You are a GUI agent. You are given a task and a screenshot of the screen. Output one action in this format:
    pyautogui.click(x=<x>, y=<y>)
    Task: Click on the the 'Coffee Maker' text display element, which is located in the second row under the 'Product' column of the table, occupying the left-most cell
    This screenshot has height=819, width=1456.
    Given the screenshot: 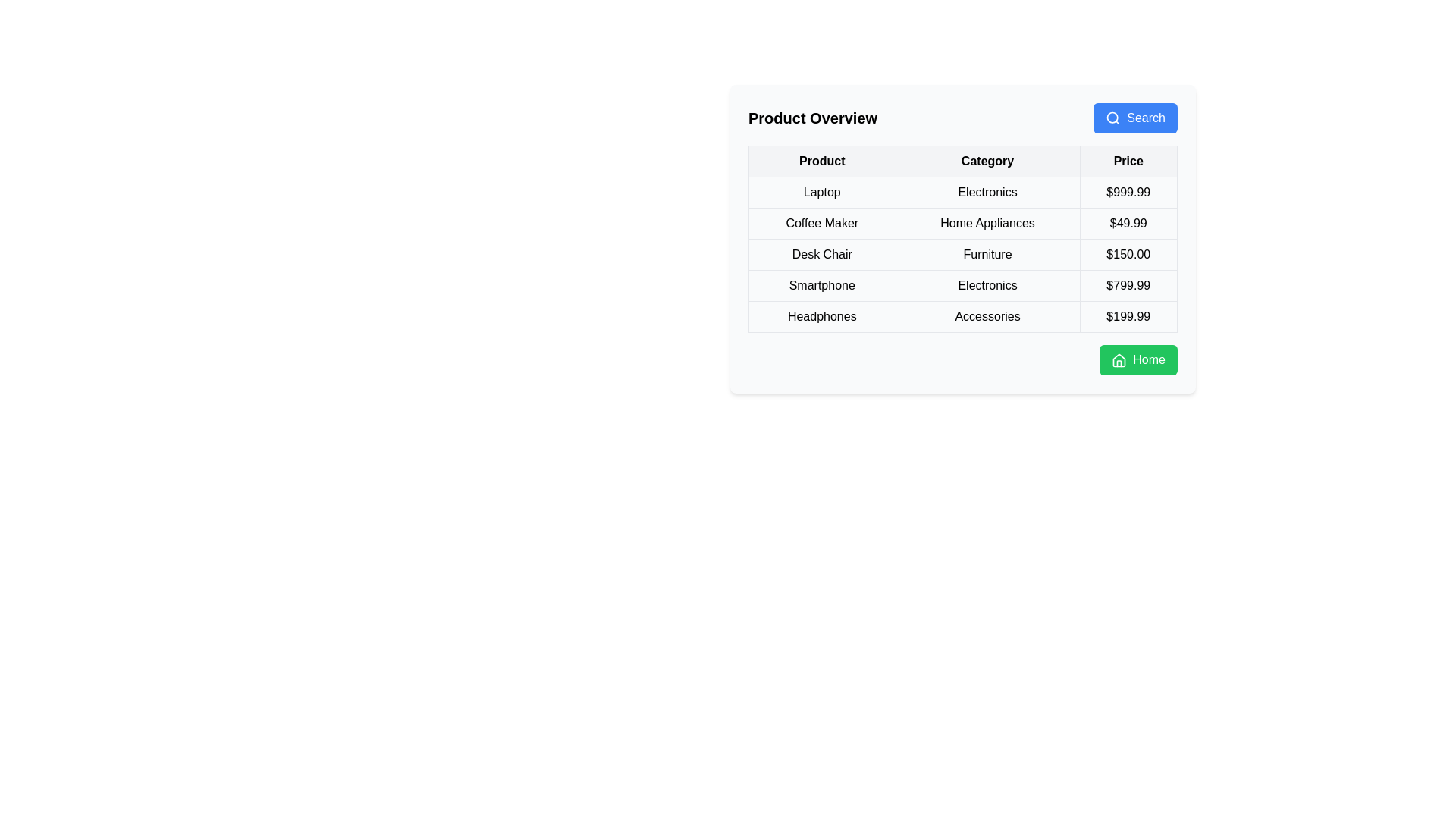 What is the action you would take?
    pyautogui.click(x=821, y=223)
    